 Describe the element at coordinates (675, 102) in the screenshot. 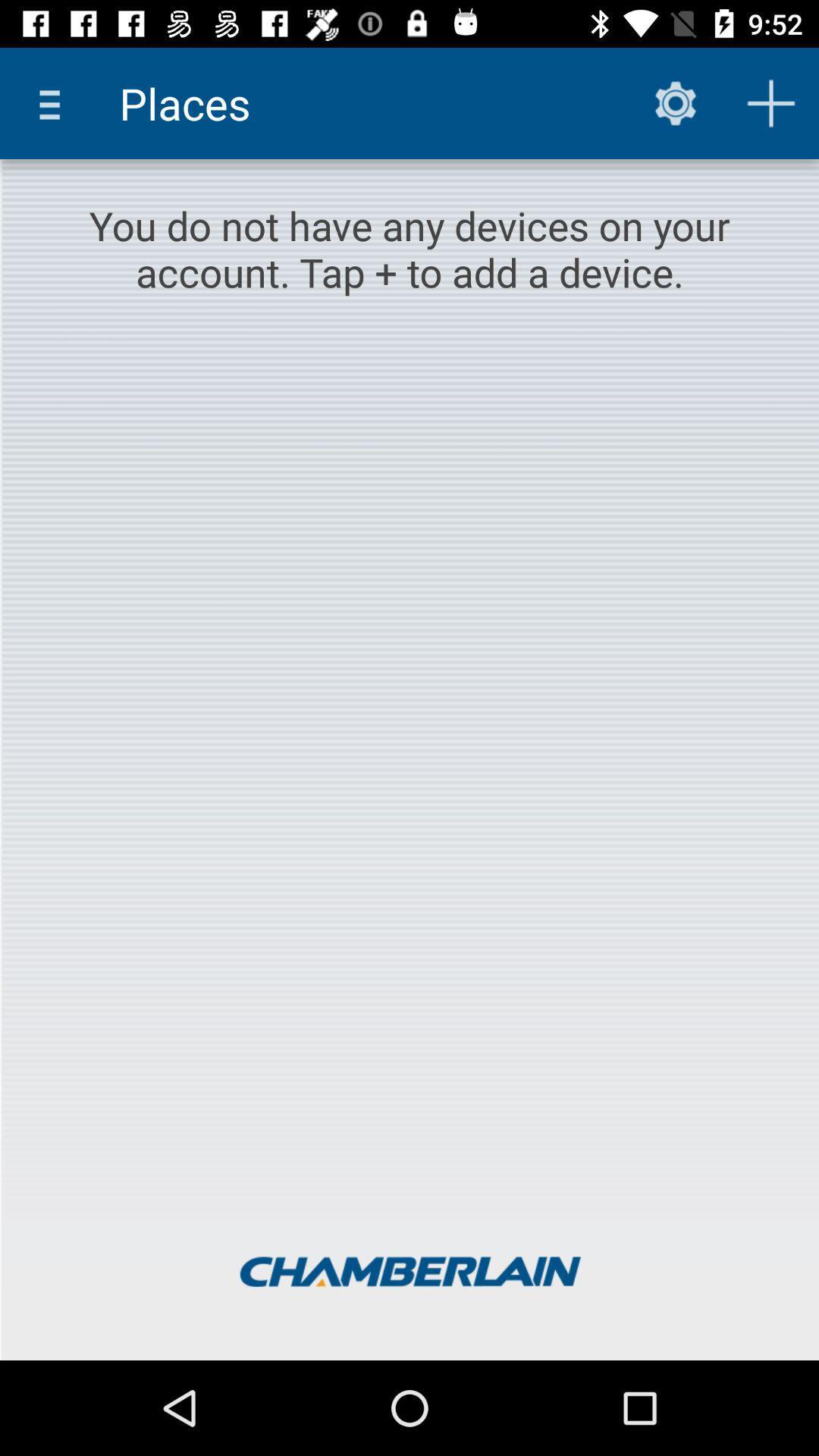

I see `the item above the you do not icon` at that location.